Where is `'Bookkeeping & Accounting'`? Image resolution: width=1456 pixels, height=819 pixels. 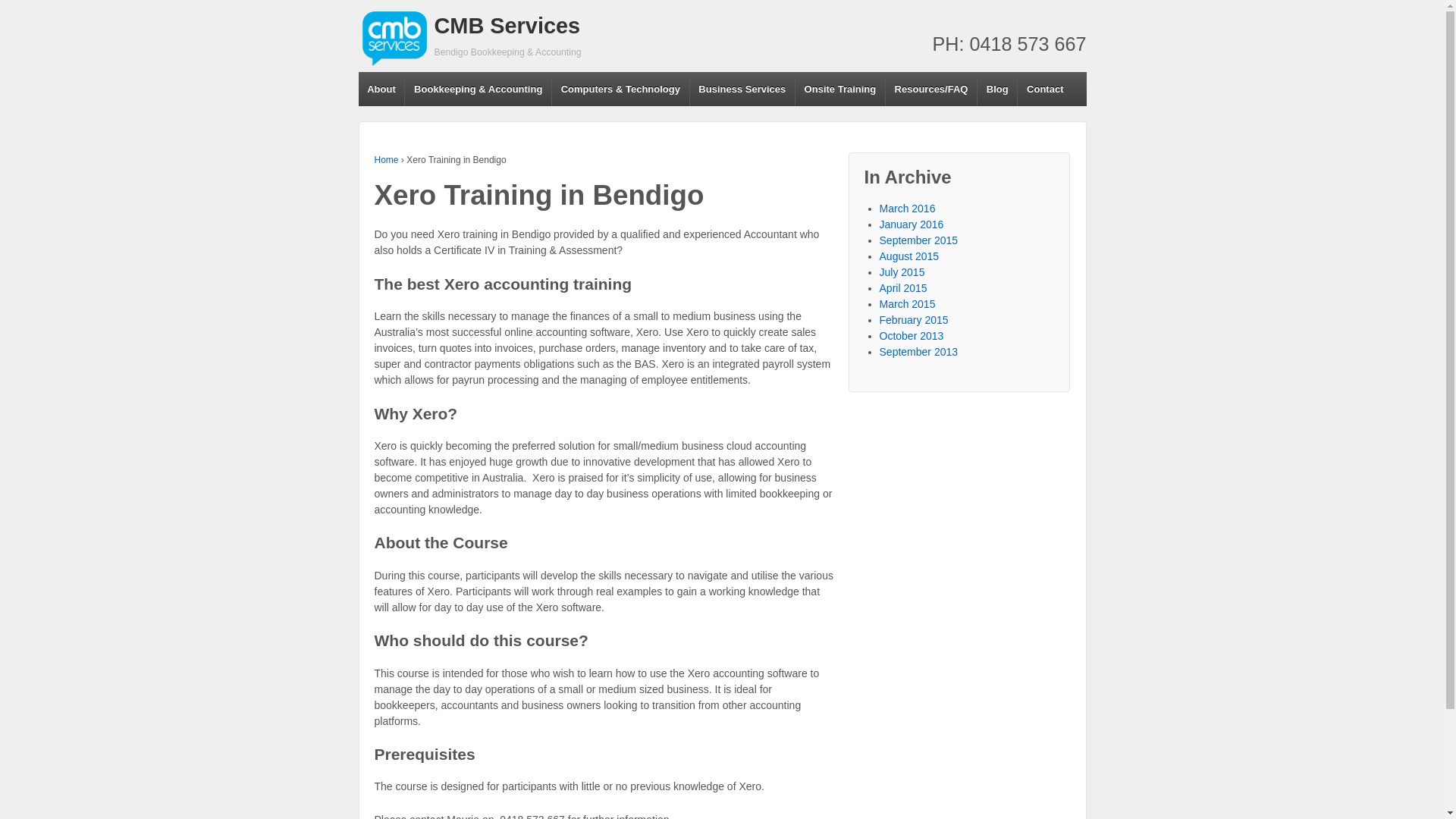
'Bookkeeping & Accounting' is located at coordinates (476, 89).